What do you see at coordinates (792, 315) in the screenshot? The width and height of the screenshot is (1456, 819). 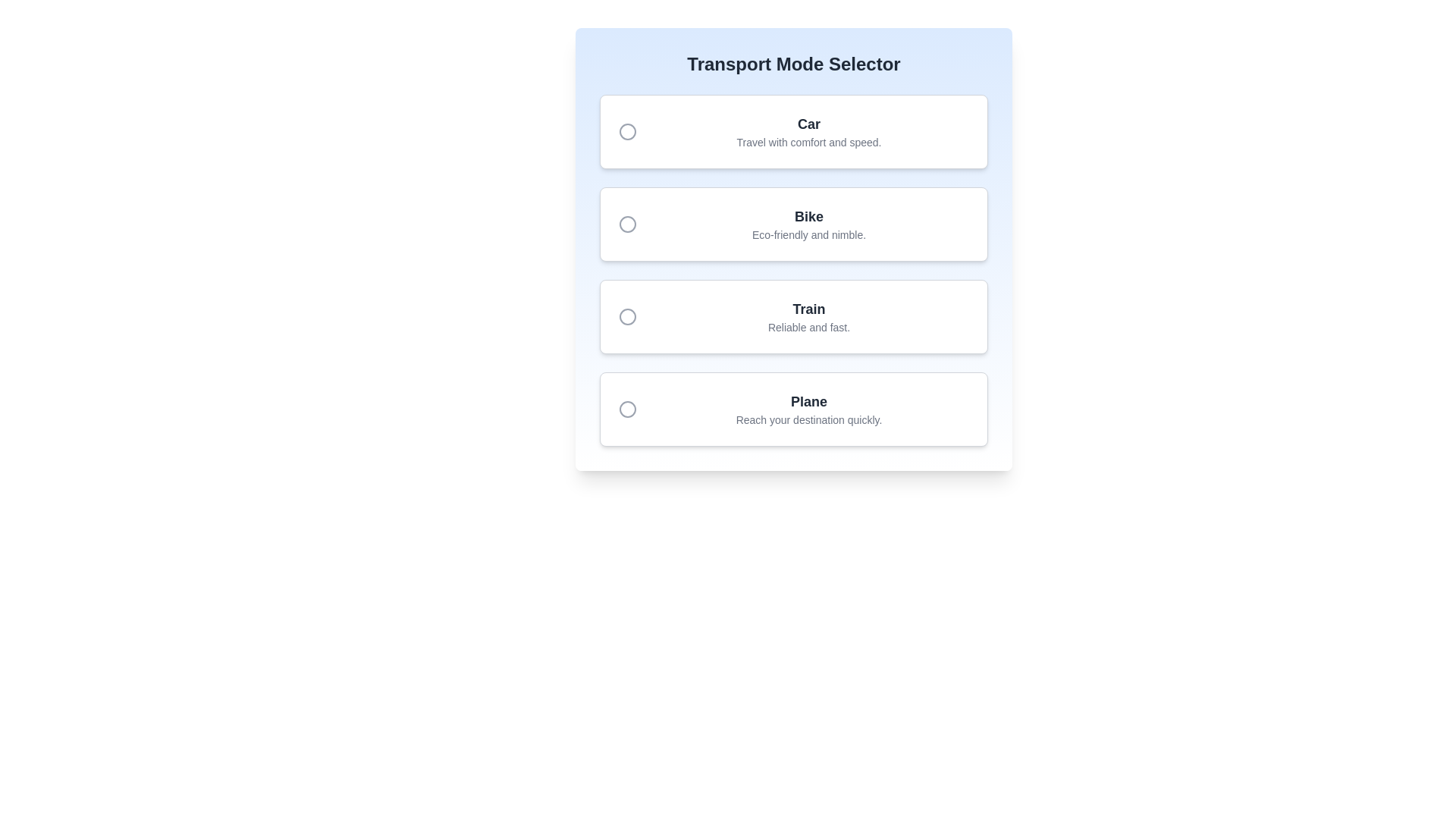 I see `to select the third option in the 'Transport Mode Selector' list, which is labeled 'Train' and contains the detail 'Reliable and fast.'` at bounding box center [792, 315].